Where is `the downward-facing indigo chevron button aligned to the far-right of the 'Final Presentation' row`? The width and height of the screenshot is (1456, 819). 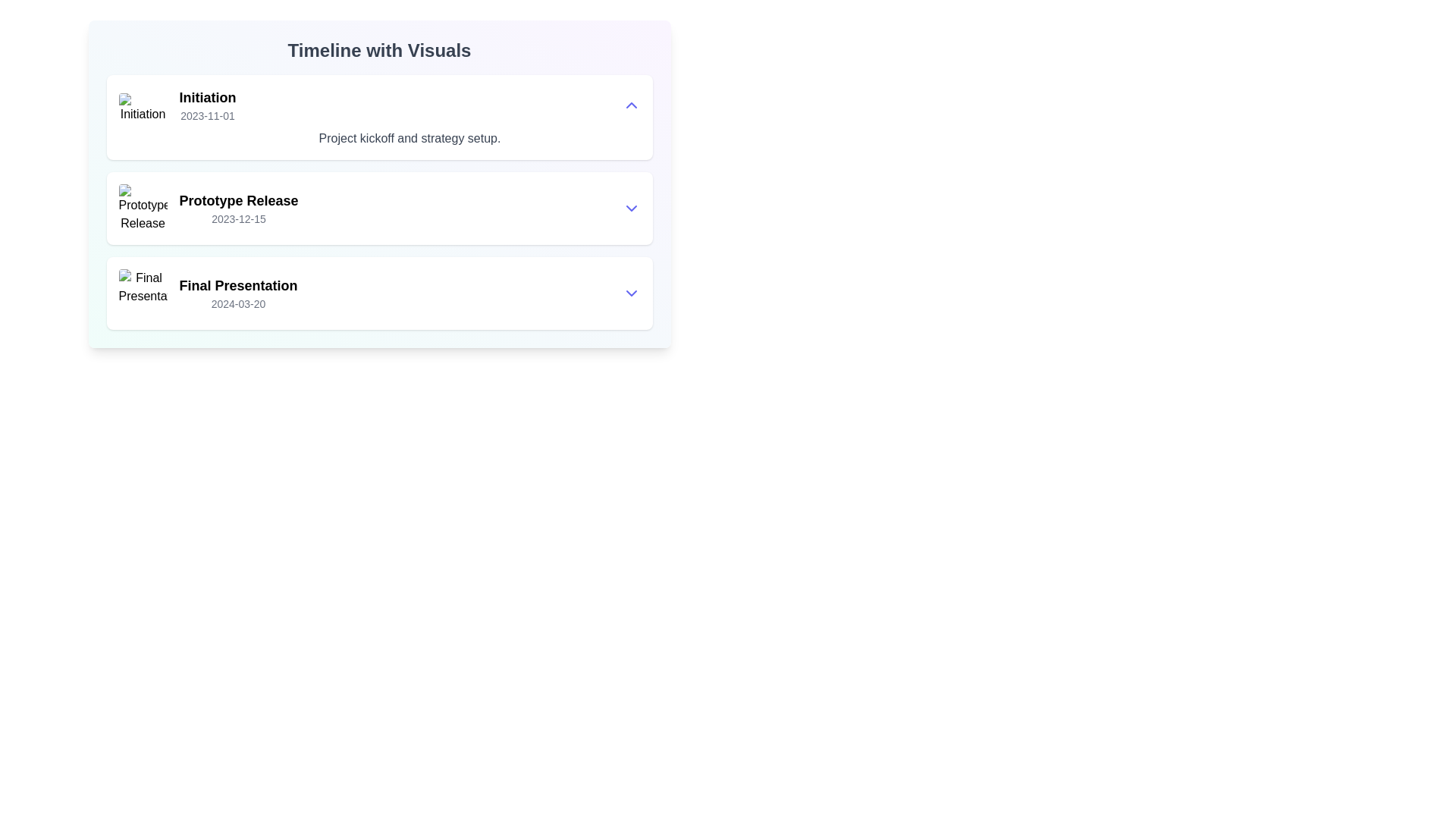 the downward-facing indigo chevron button aligned to the far-right of the 'Final Presentation' row is located at coordinates (631, 293).